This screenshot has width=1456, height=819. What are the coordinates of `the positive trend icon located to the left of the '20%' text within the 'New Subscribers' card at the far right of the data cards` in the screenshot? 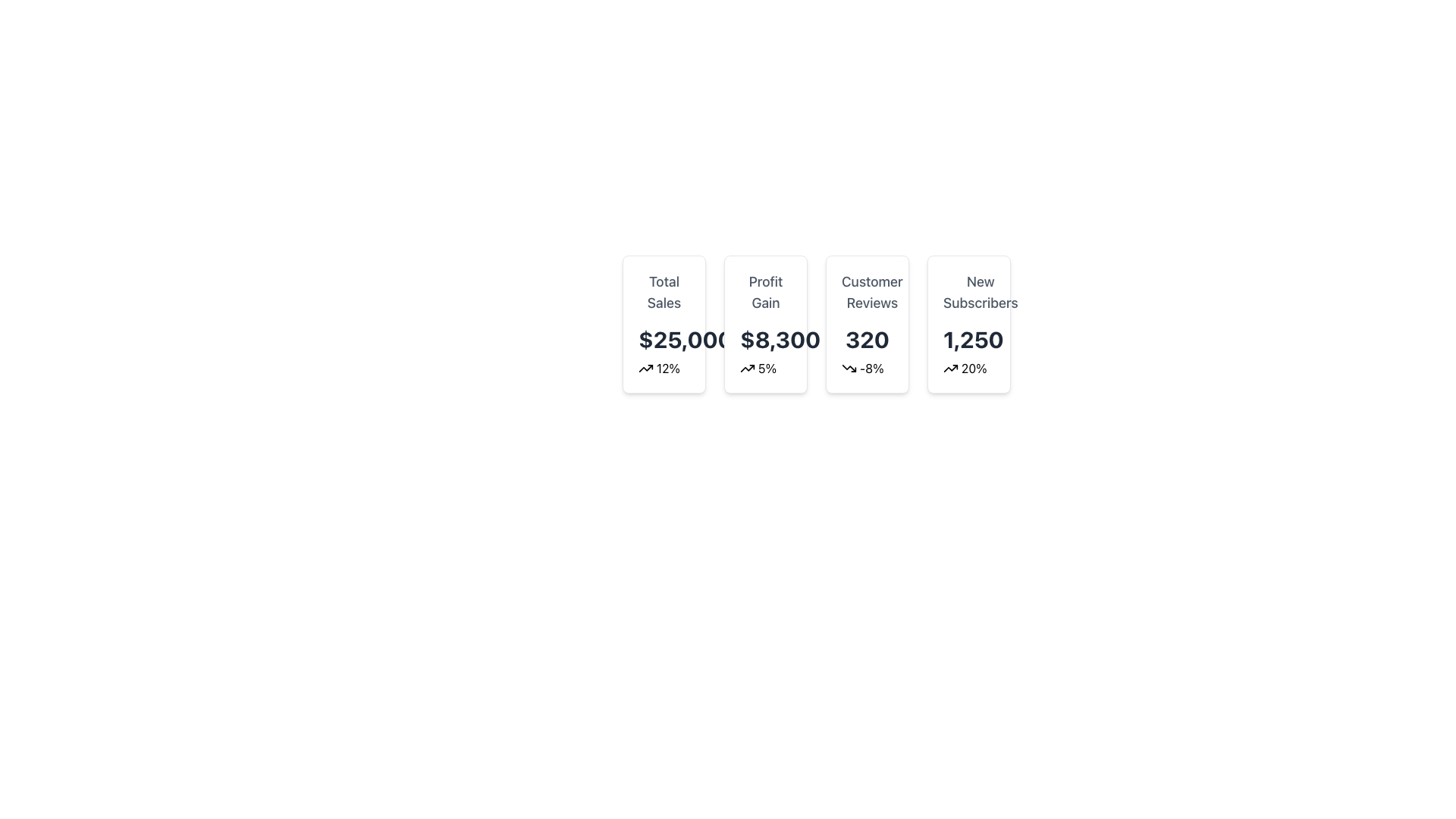 It's located at (949, 369).